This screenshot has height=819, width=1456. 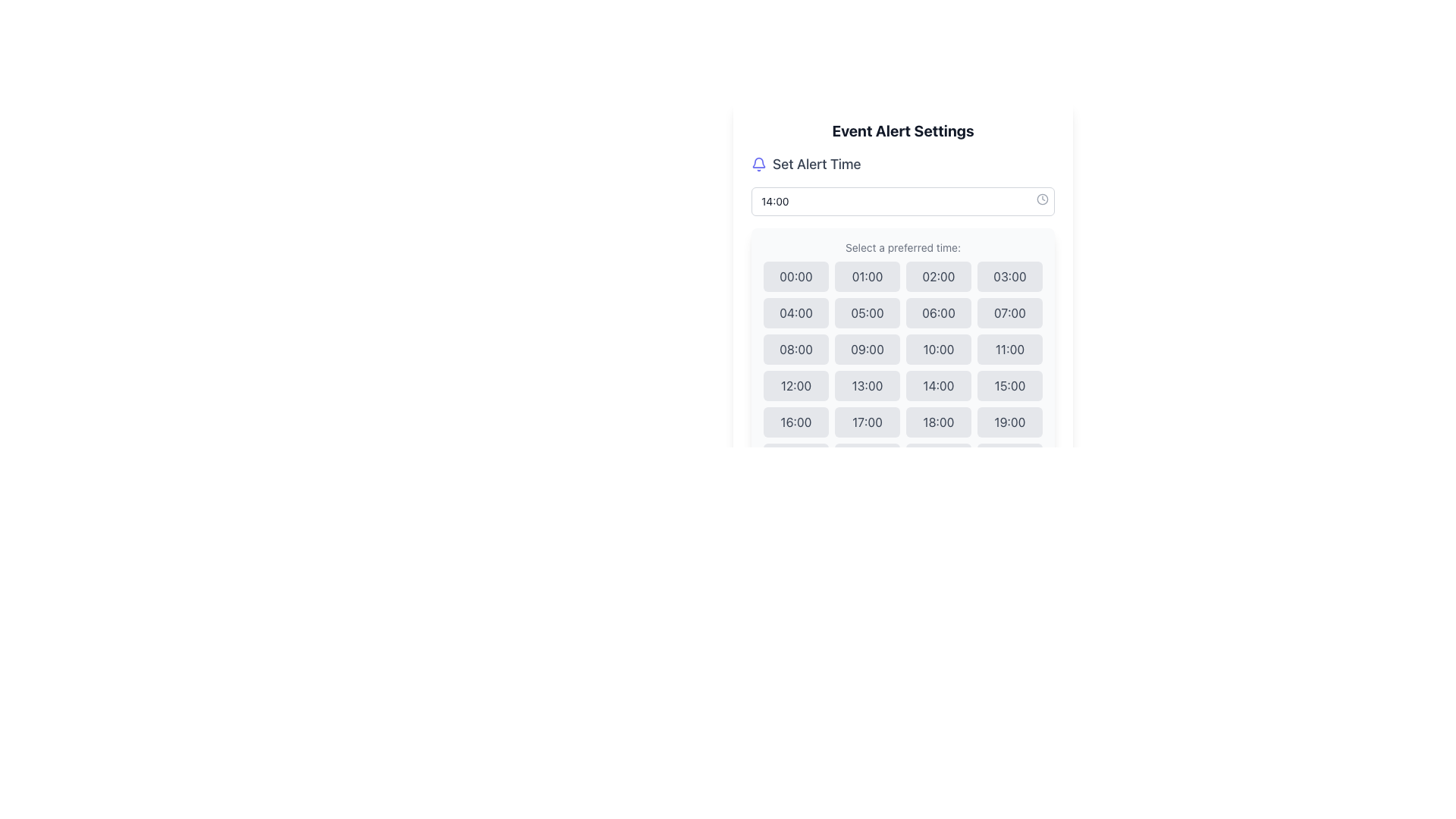 I want to click on the notification icon located to the left of the 'Set Alert Time' text. Although it's non-interactive, we will identify it for potential future actions, so click(x=759, y=164).